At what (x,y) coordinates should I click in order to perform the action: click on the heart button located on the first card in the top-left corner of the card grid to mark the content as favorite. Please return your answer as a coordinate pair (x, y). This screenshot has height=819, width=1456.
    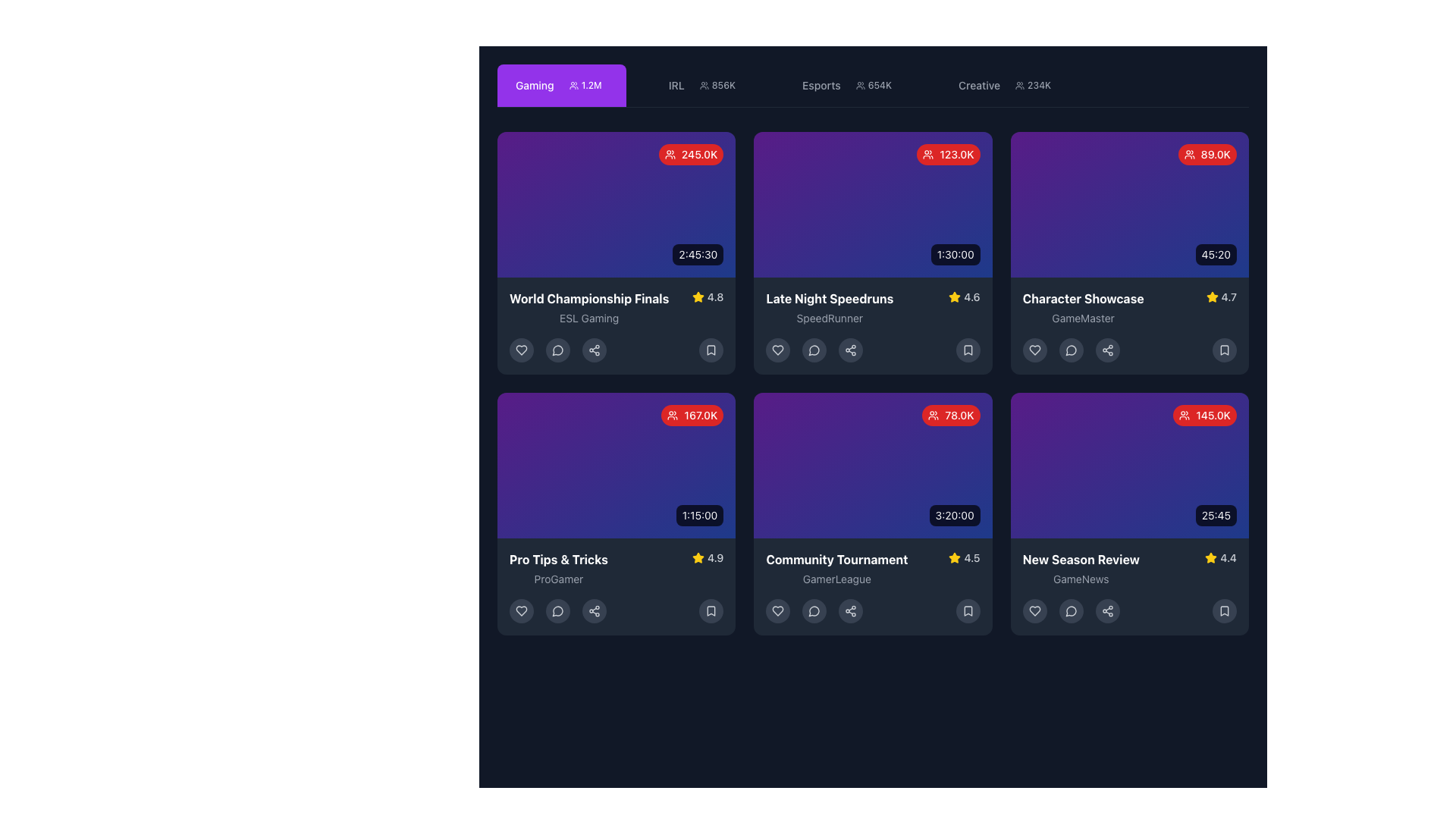
    Looking at the image, I should click on (521, 350).